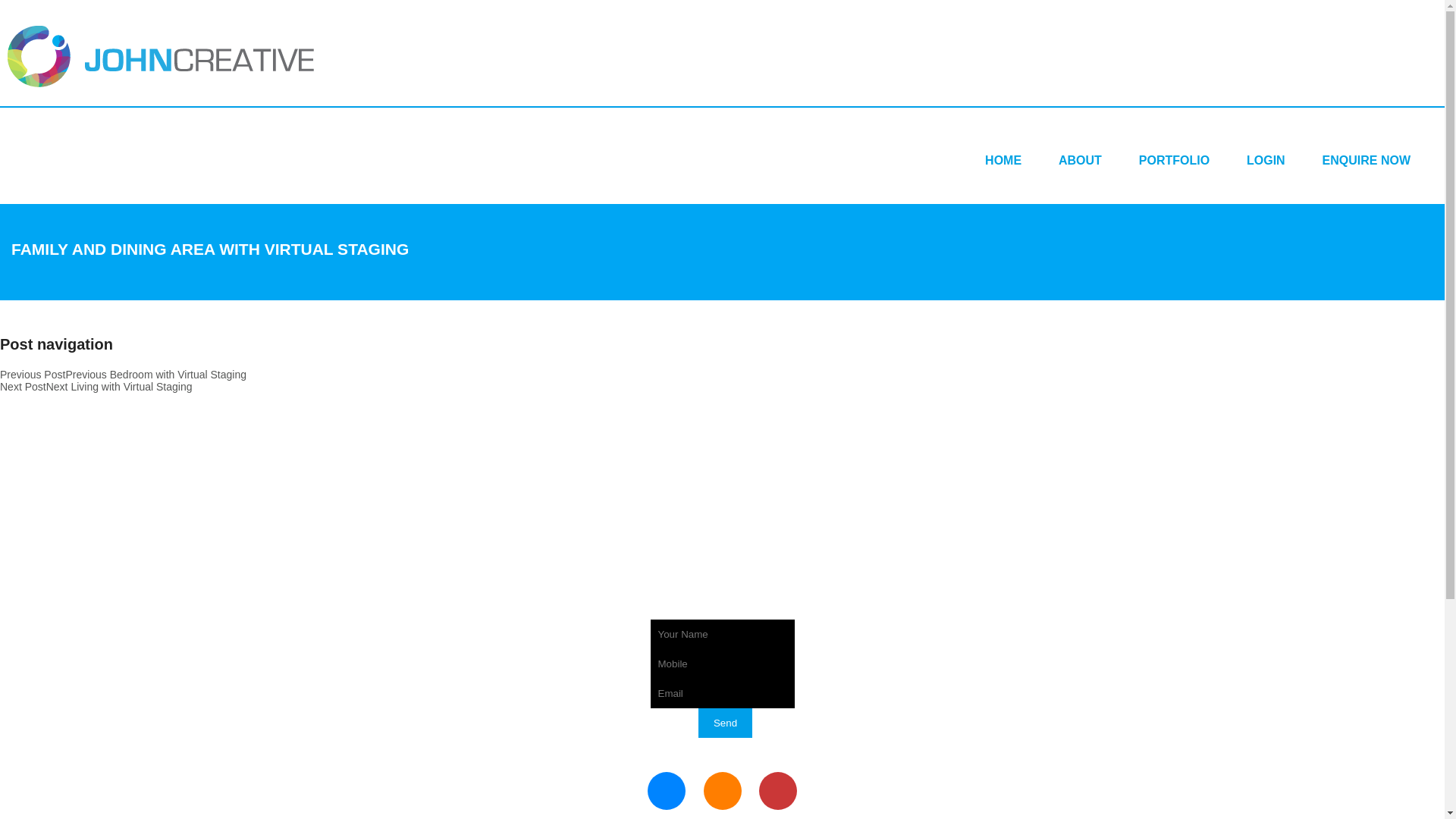 This screenshot has width=1456, height=819. Describe the element at coordinates (724, 722) in the screenshot. I see `'Send'` at that location.